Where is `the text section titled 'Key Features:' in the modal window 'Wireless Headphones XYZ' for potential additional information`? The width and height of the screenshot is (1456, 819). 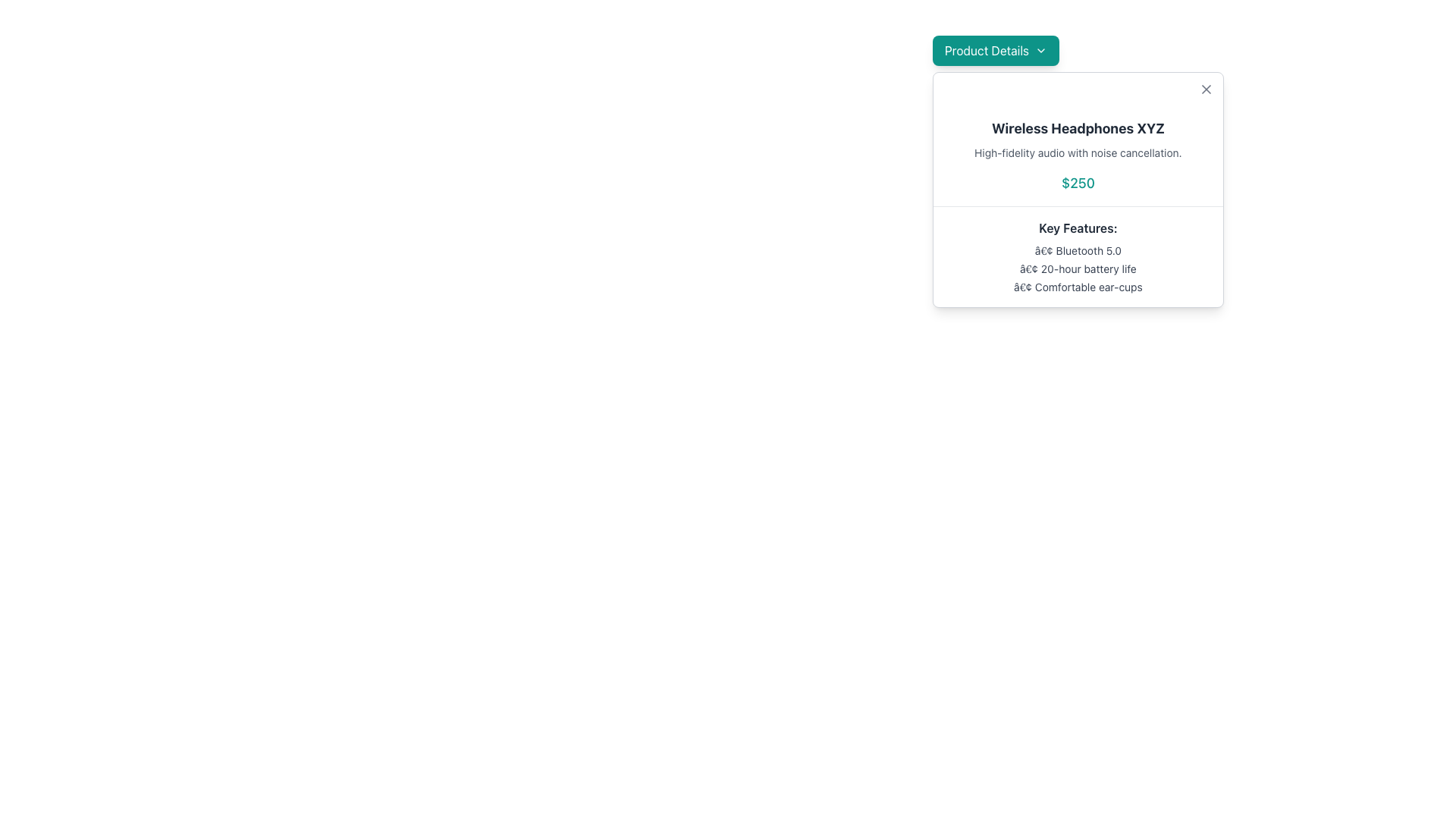 the text section titled 'Key Features:' in the modal window 'Wireless Headphones XYZ' for potential additional information is located at coordinates (1077, 256).